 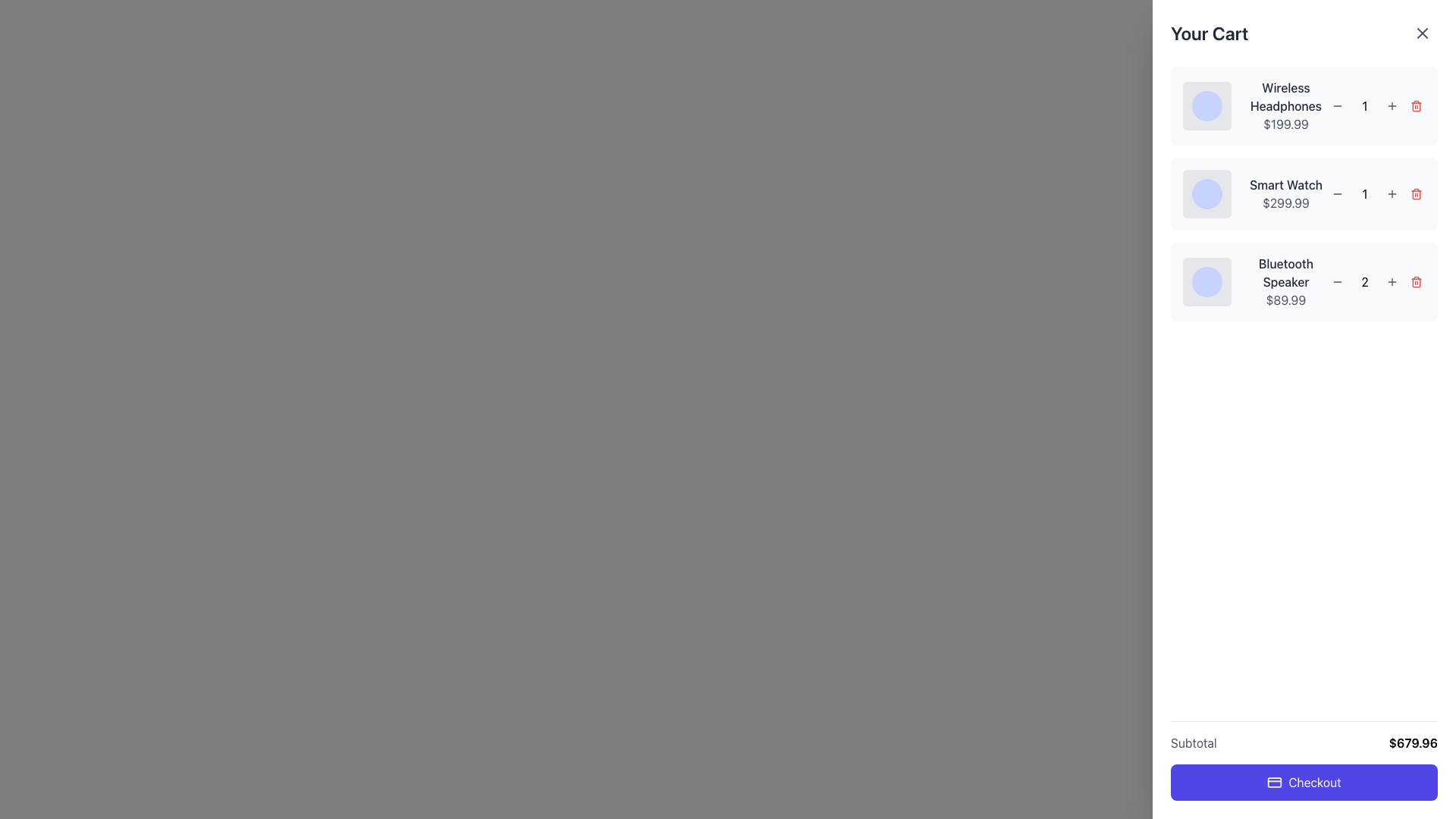 What do you see at coordinates (1415, 105) in the screenshot?
I see `the circular red delete button with a trash can icon located at the top-right corner of the 'Your Cart' section` at bounding box center [1415, 105].